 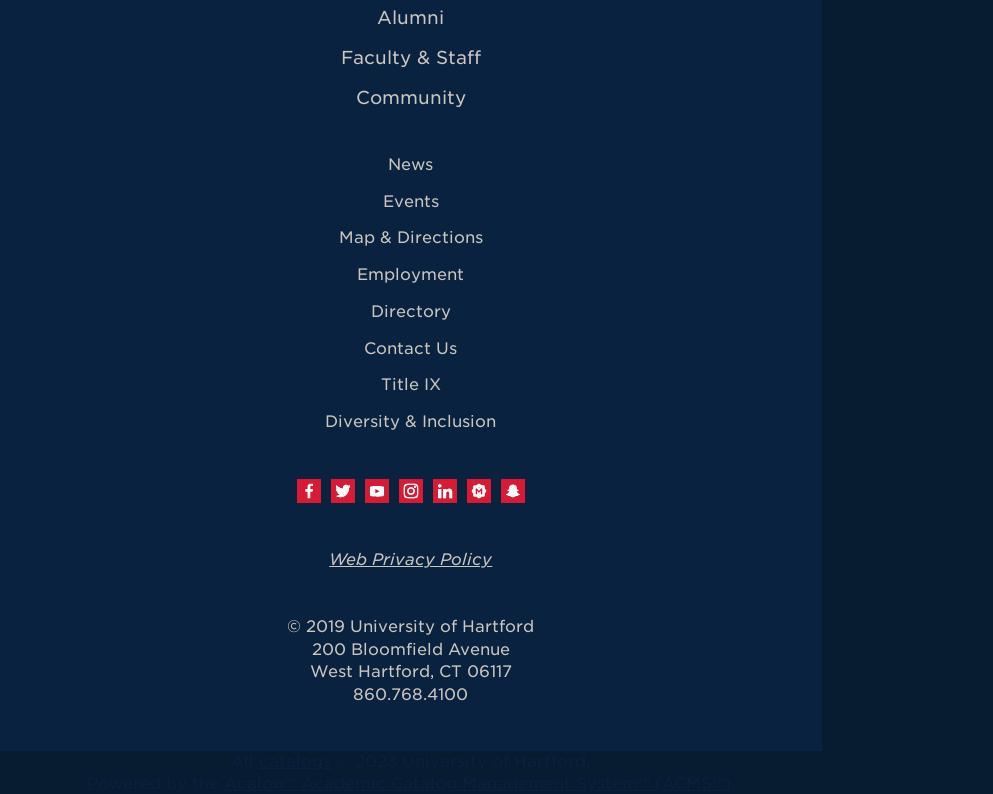 What do you see at coordinates (409, 346) in the screenshot?
I see `'Contact Us'` at bounding box center [409, 346].